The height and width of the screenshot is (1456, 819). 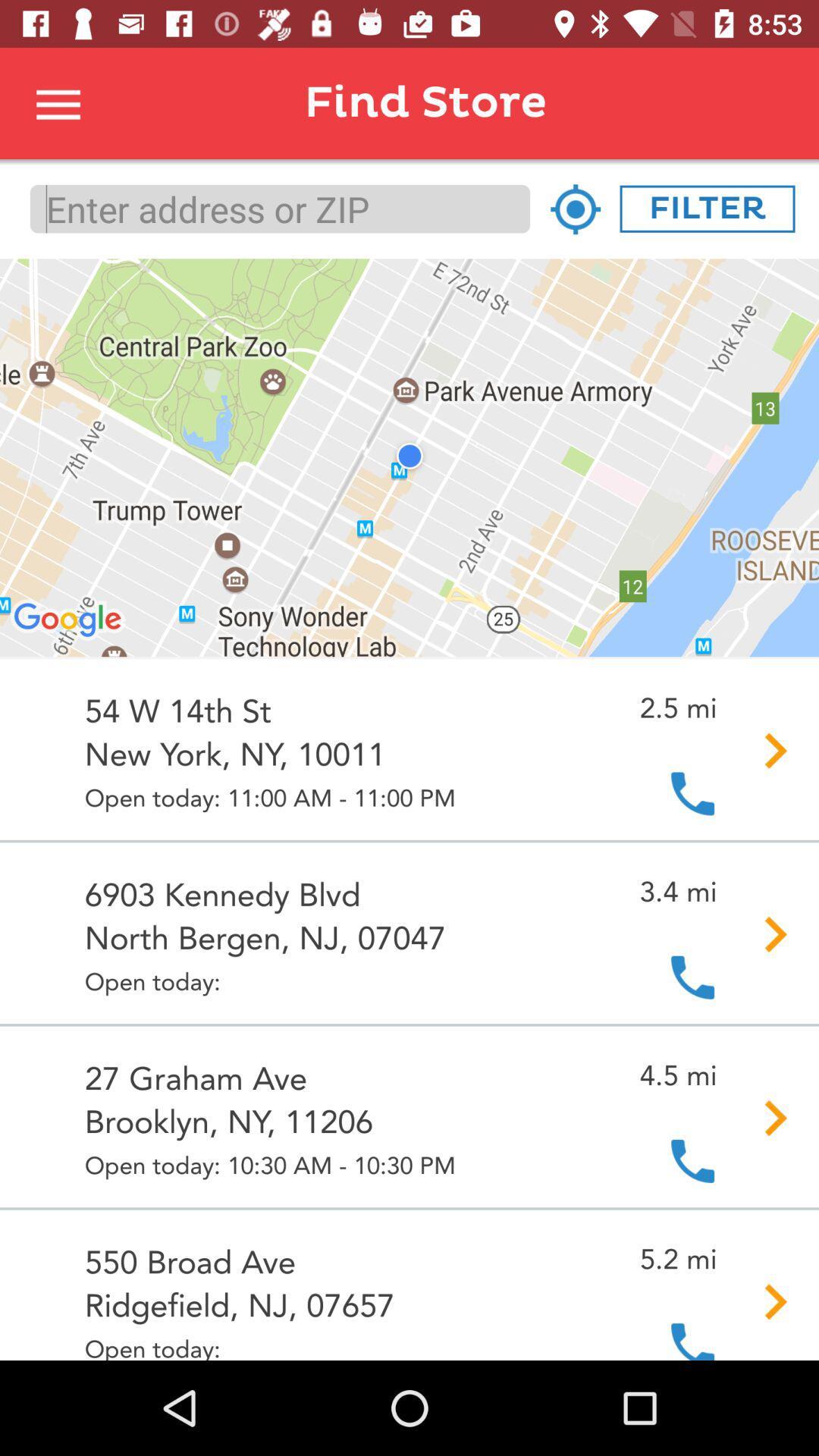 I want to click on location, so click(x=575, y=208).